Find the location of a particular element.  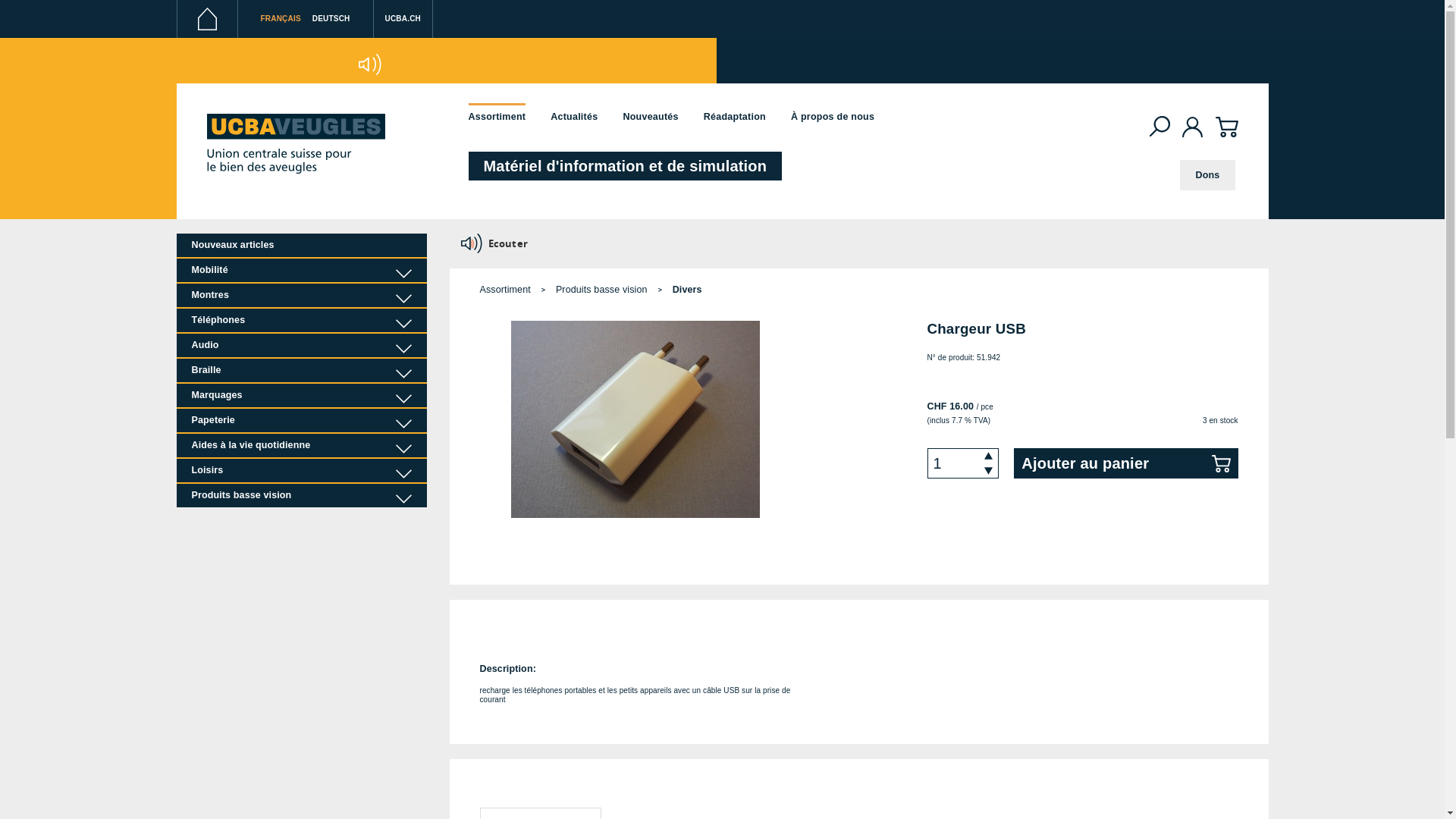

'Marquages' is located at coordinates (301, 394).